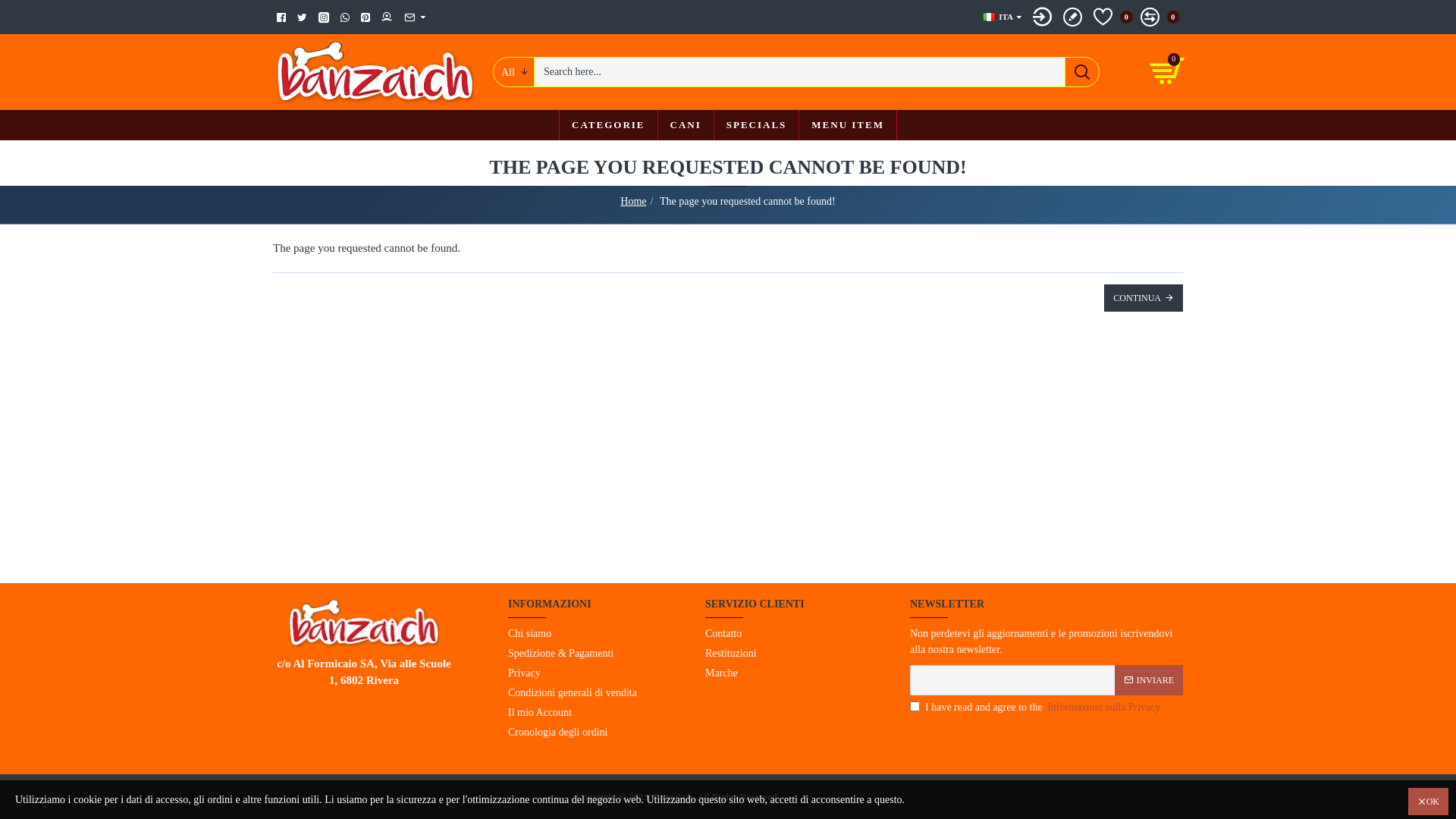 The image size is (1456, 819). Describe the element at coordinates (684, 124) in the screenshot. I see `'CANI'` at that location.